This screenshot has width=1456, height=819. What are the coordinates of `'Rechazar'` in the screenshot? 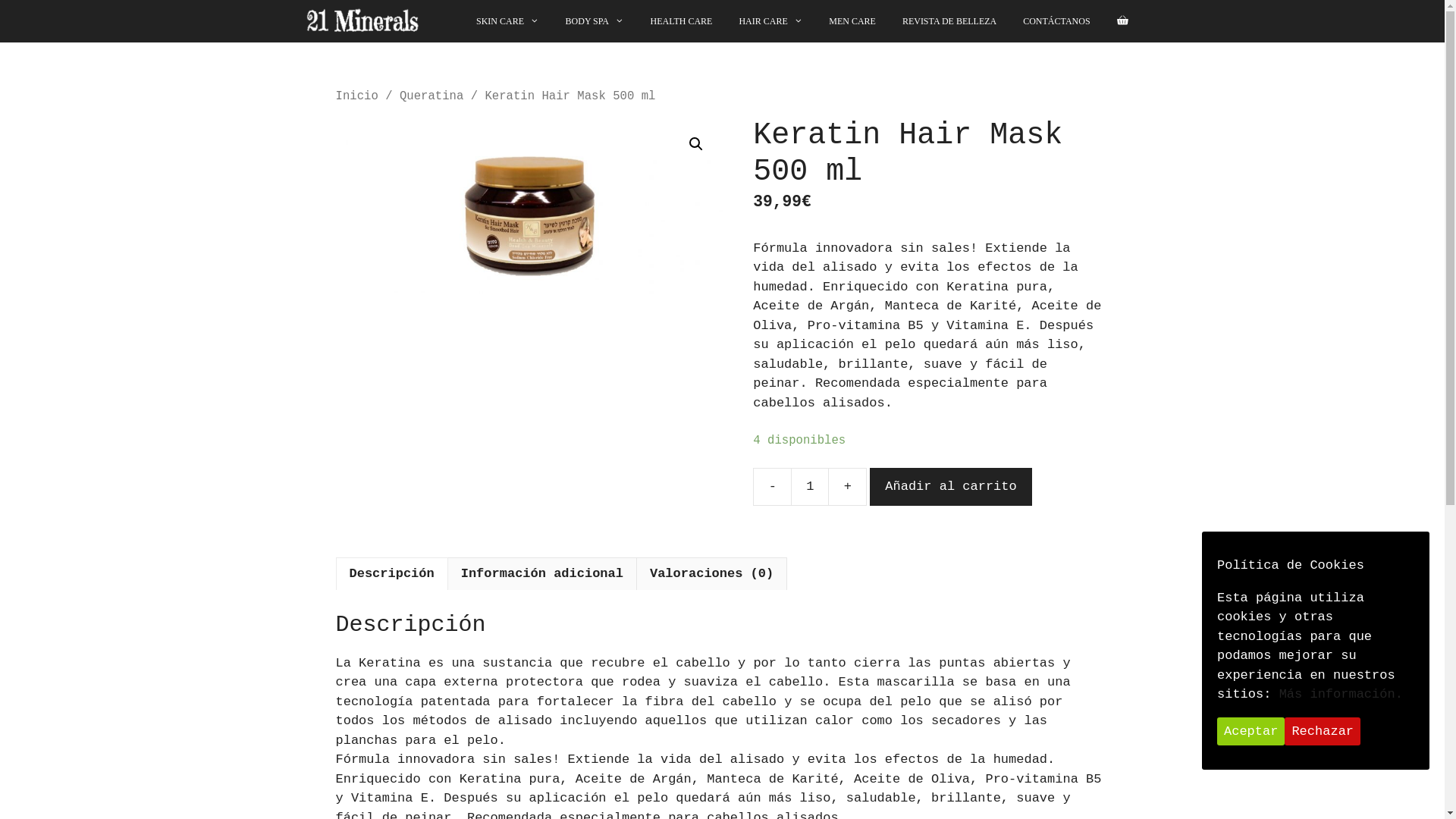 It's located at (1321, 730).